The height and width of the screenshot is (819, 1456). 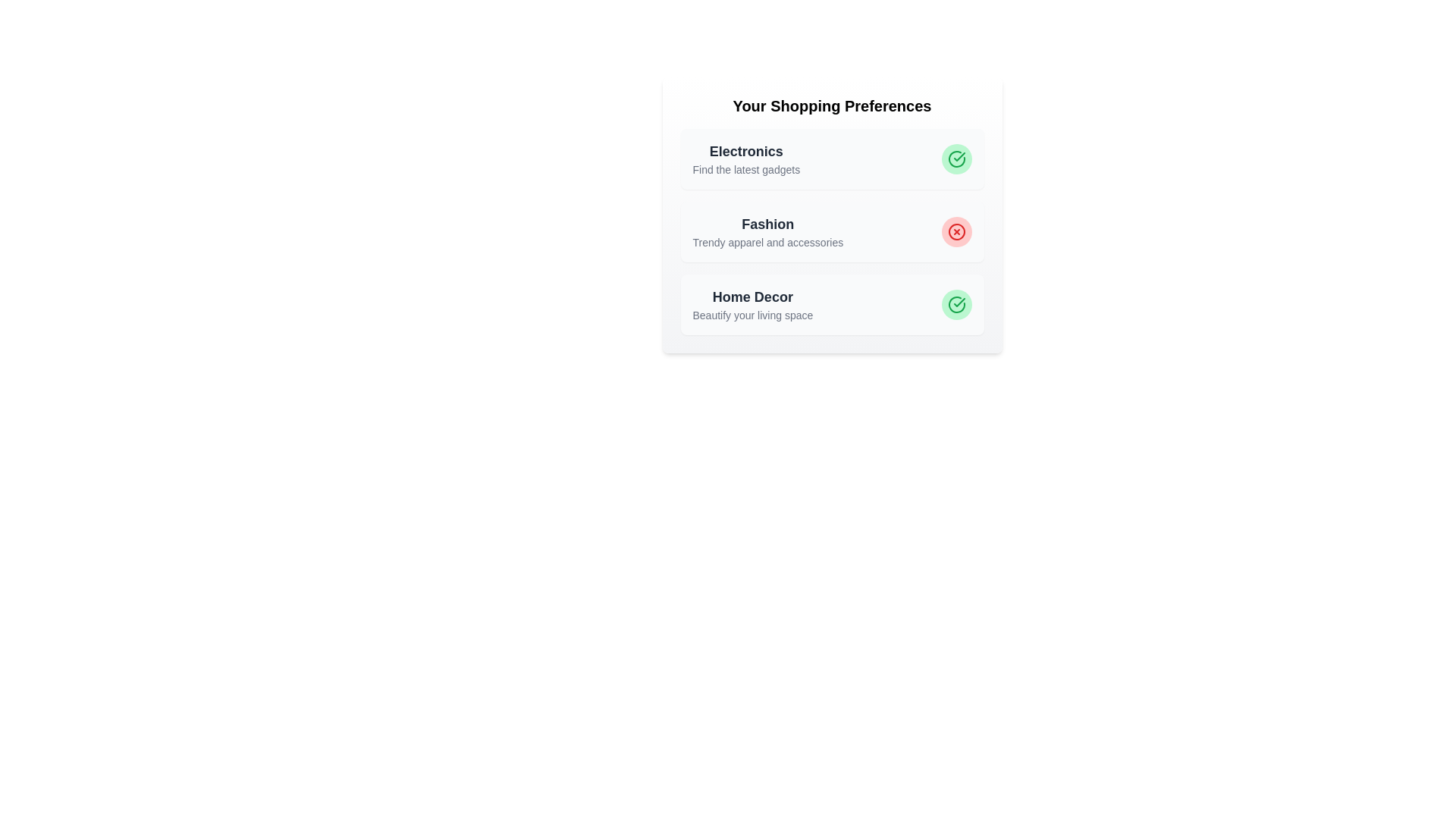 I want to click on the title and description of the preference item Home Decor, so click(x=752, y=297).